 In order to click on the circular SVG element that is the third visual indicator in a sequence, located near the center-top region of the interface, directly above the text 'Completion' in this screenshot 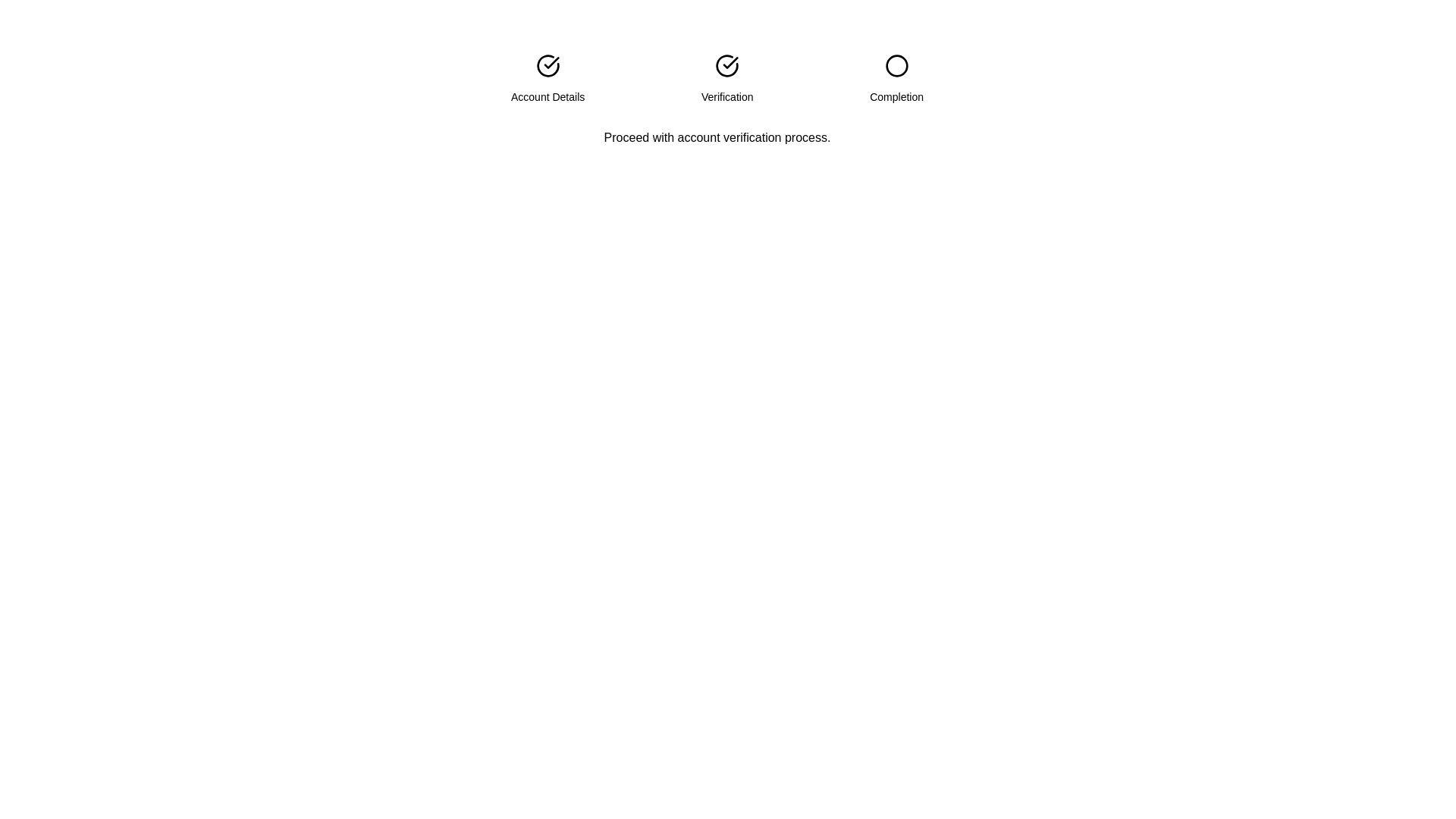, I will do `click(896, 65)`.